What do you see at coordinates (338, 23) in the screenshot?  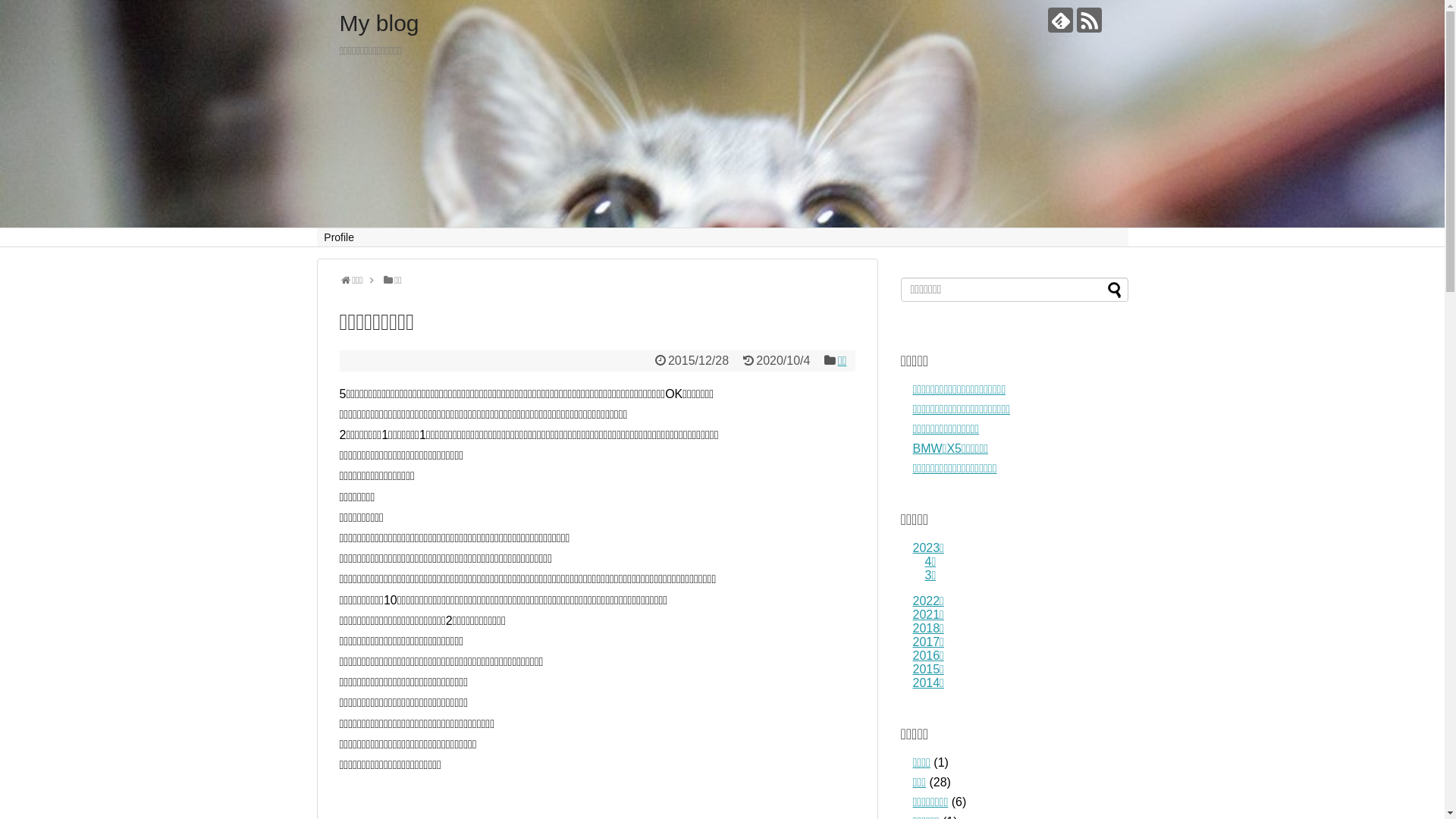 I see `'My blog'` at bounding box center [338, 23].